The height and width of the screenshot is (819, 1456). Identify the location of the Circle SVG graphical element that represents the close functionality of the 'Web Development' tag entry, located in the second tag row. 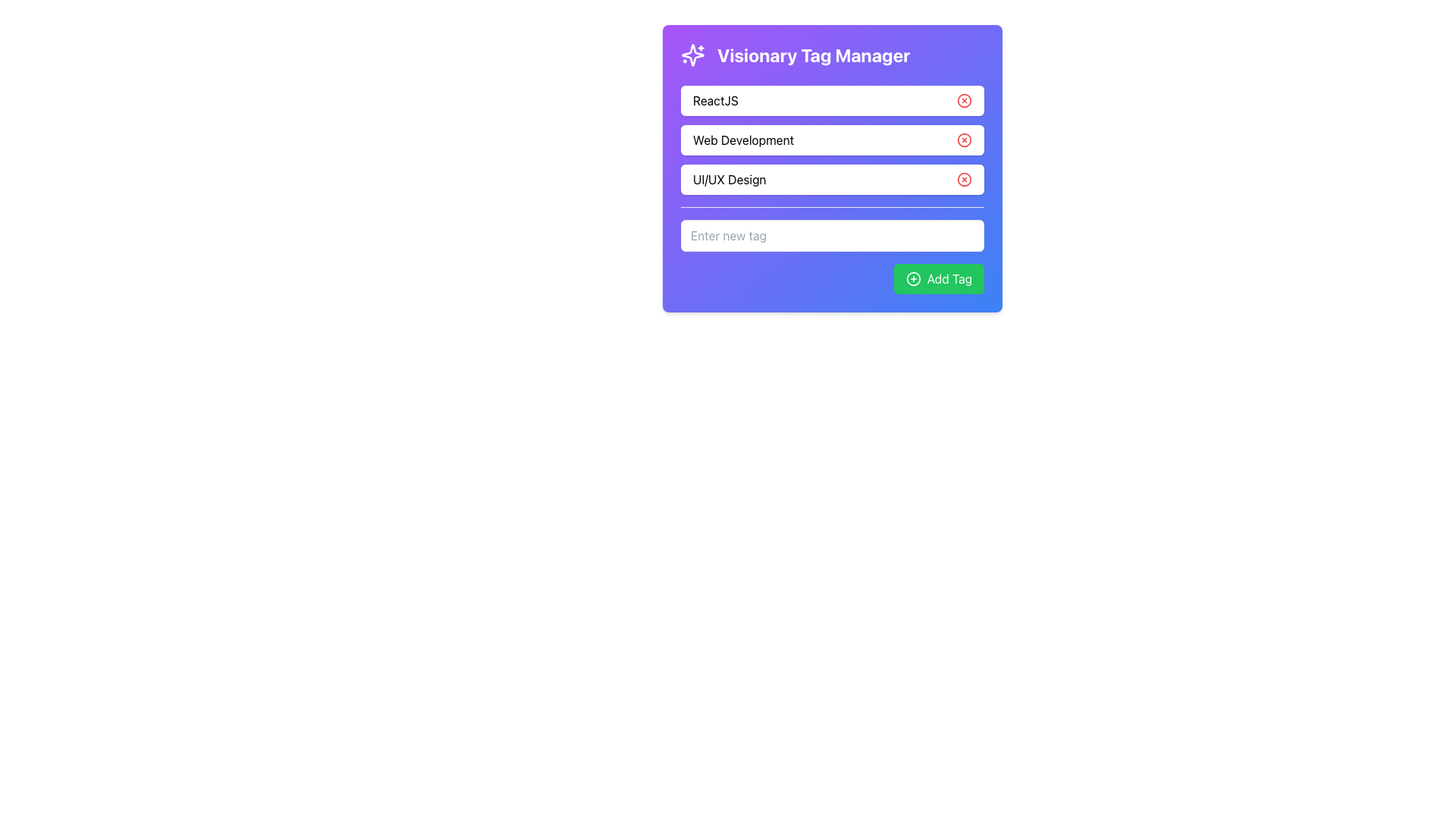
(964, 140).